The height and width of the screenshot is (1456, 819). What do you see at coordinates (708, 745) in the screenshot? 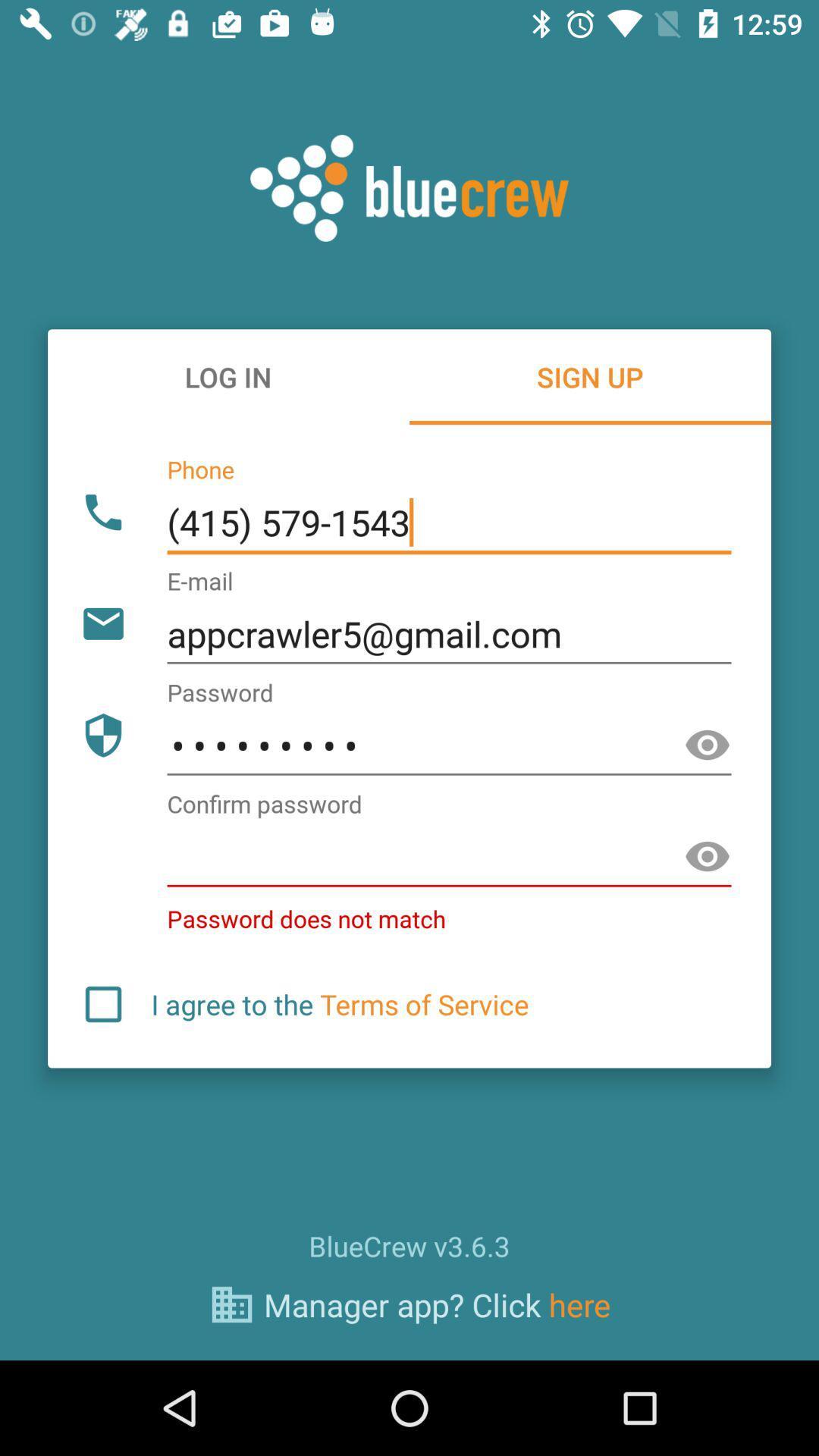
I see `show password` at bounding box center [708, 745].